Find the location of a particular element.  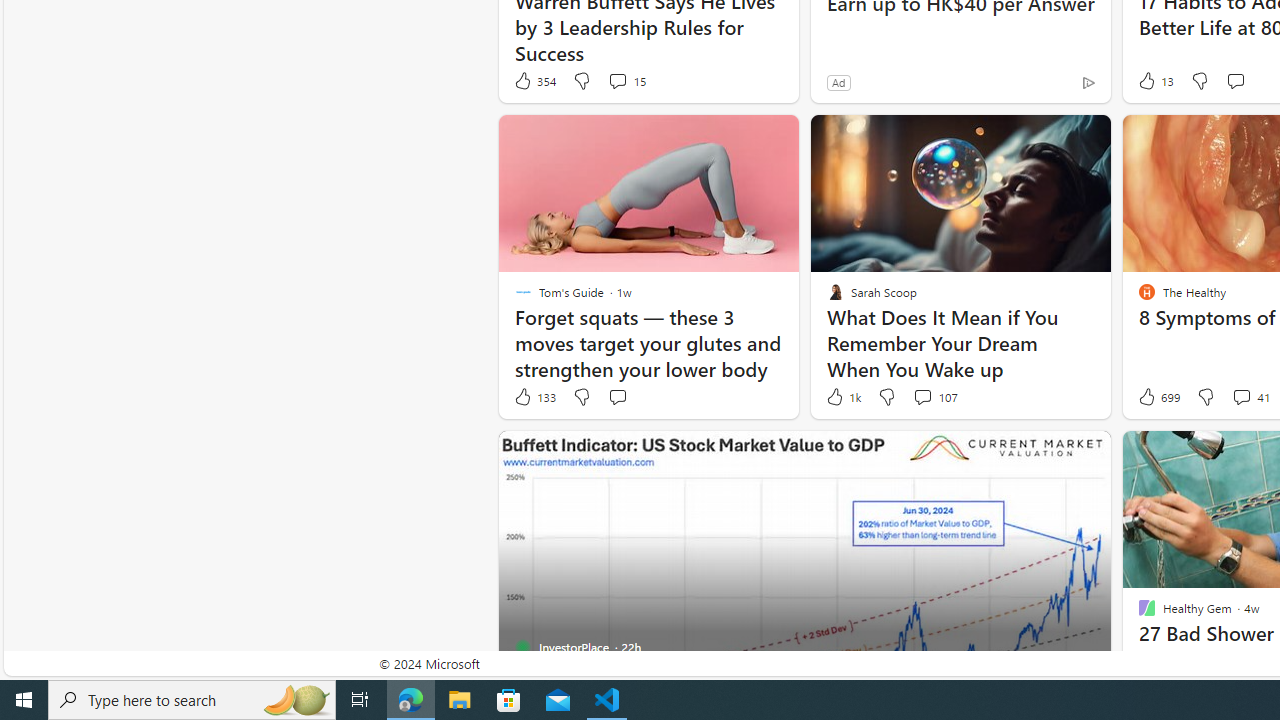

'View comments 107 Comment' is located at coordinates (934, 397).